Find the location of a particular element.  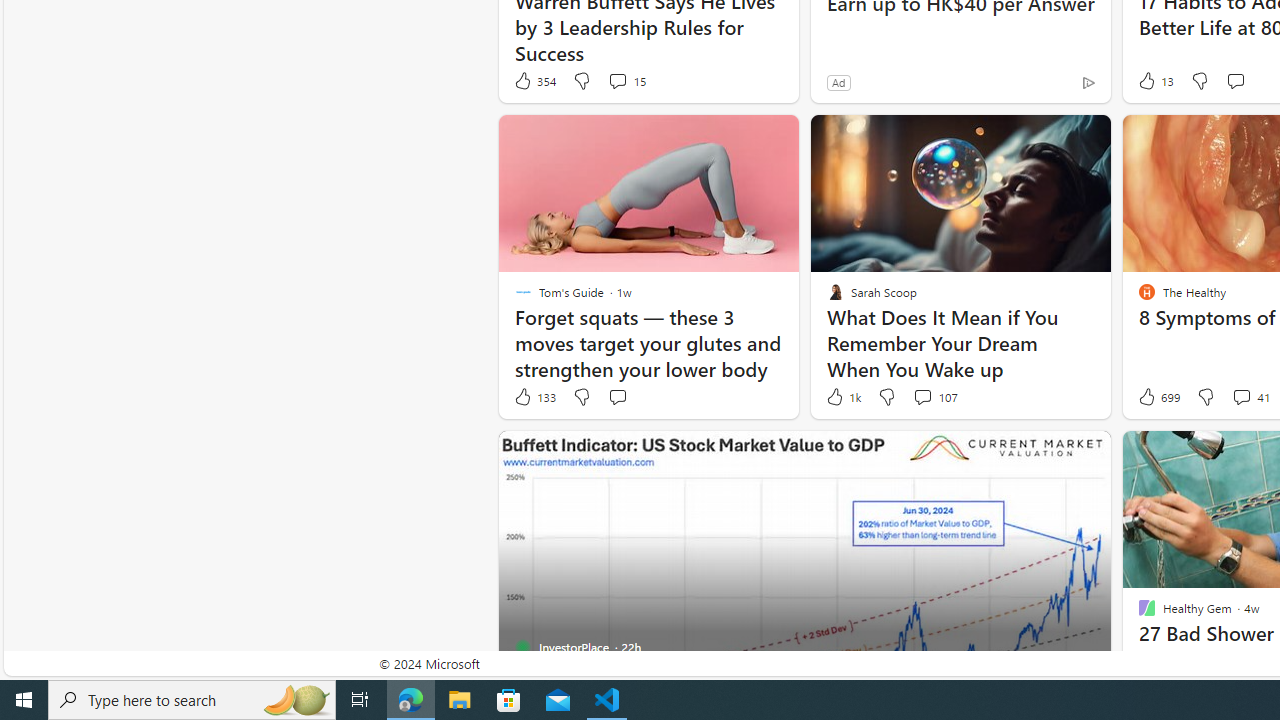

'View comments 107 Comment' is located at coordinates (934, 397).